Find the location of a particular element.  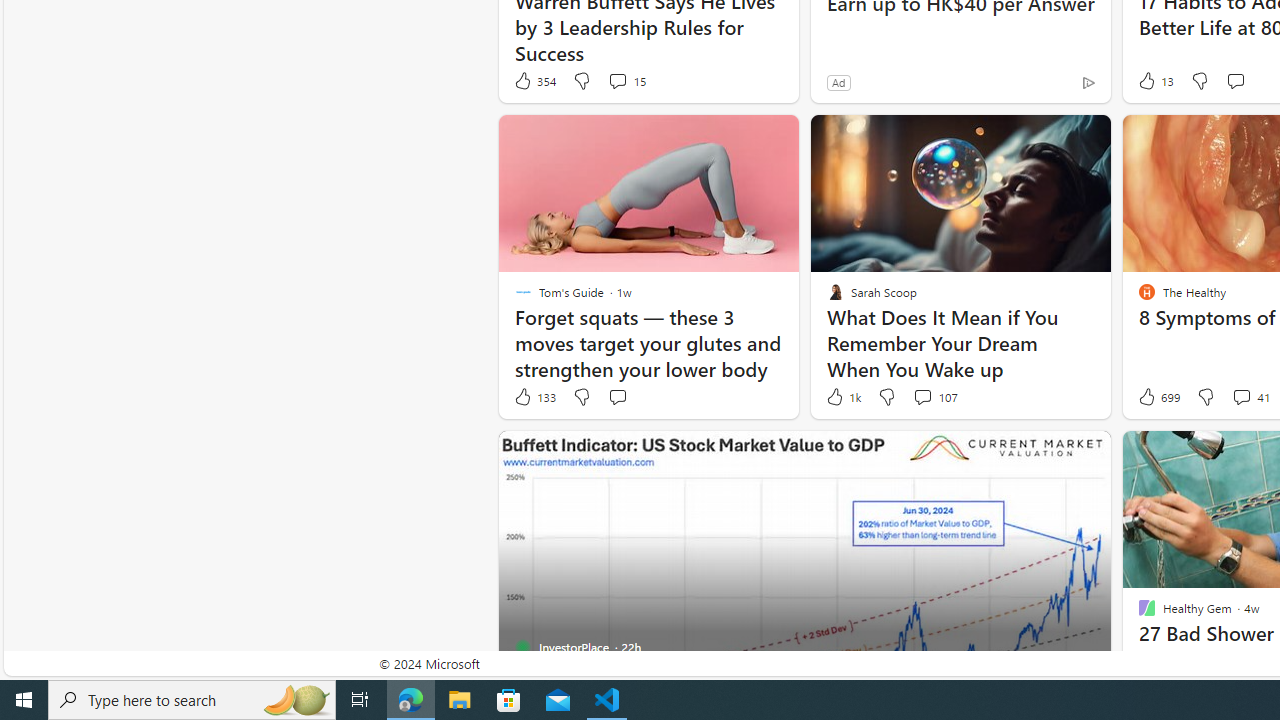

'View comments 107 Comment' is located at coordinates (934, 397).